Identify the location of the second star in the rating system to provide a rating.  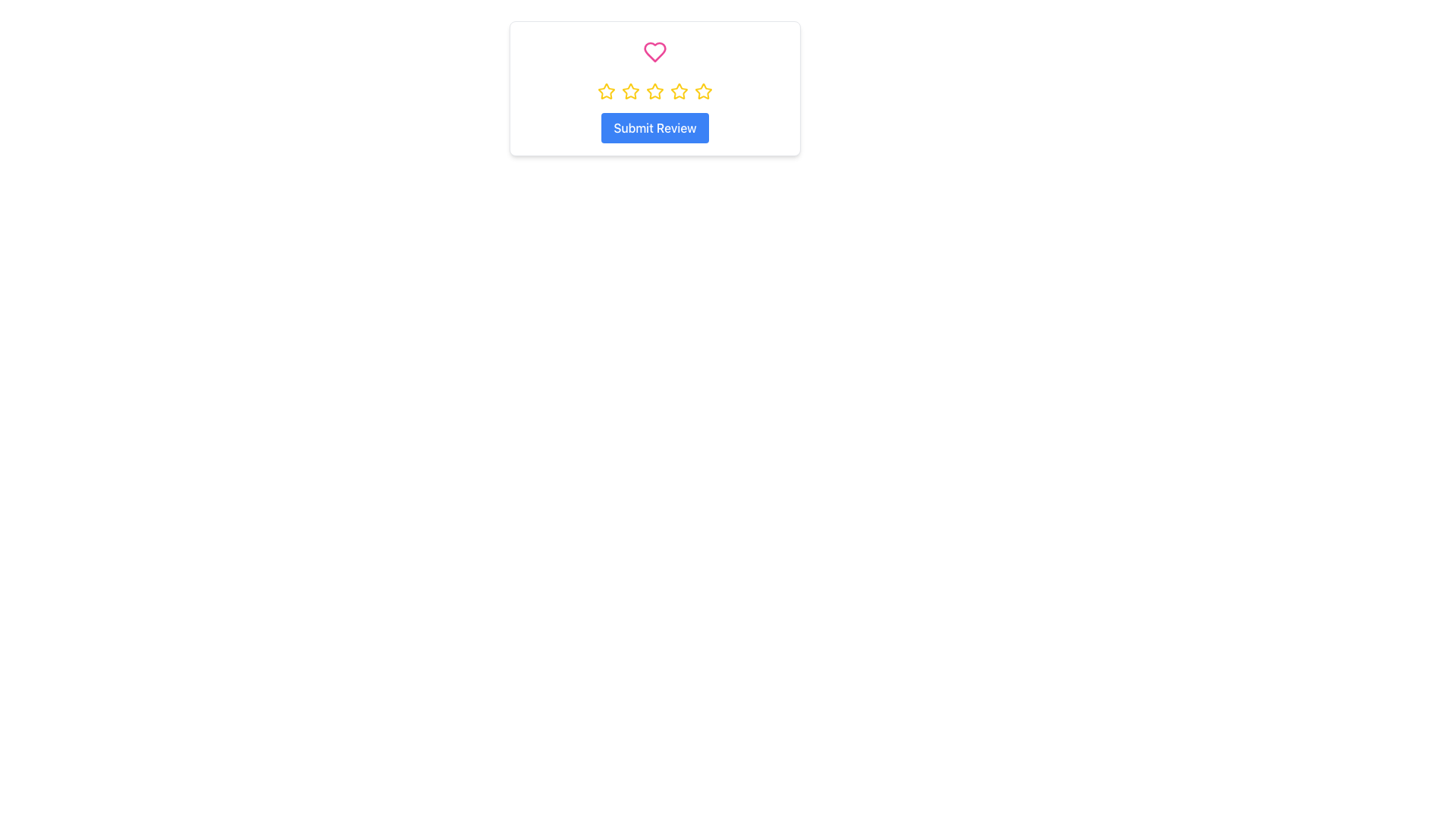
(630, 91).